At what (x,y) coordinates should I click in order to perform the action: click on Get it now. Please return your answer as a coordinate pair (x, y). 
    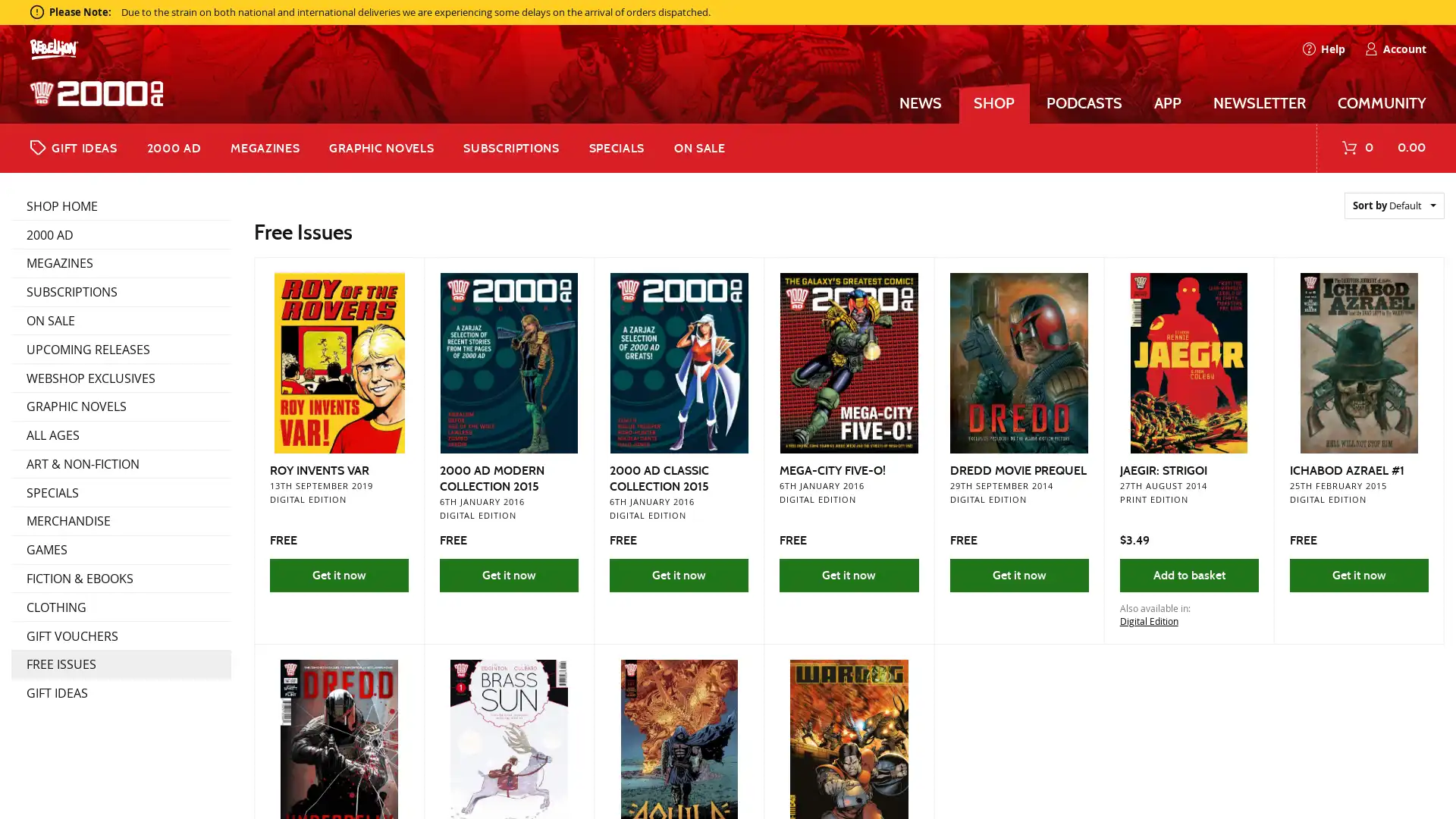
    Looking at the image, I should click on (337, 575).